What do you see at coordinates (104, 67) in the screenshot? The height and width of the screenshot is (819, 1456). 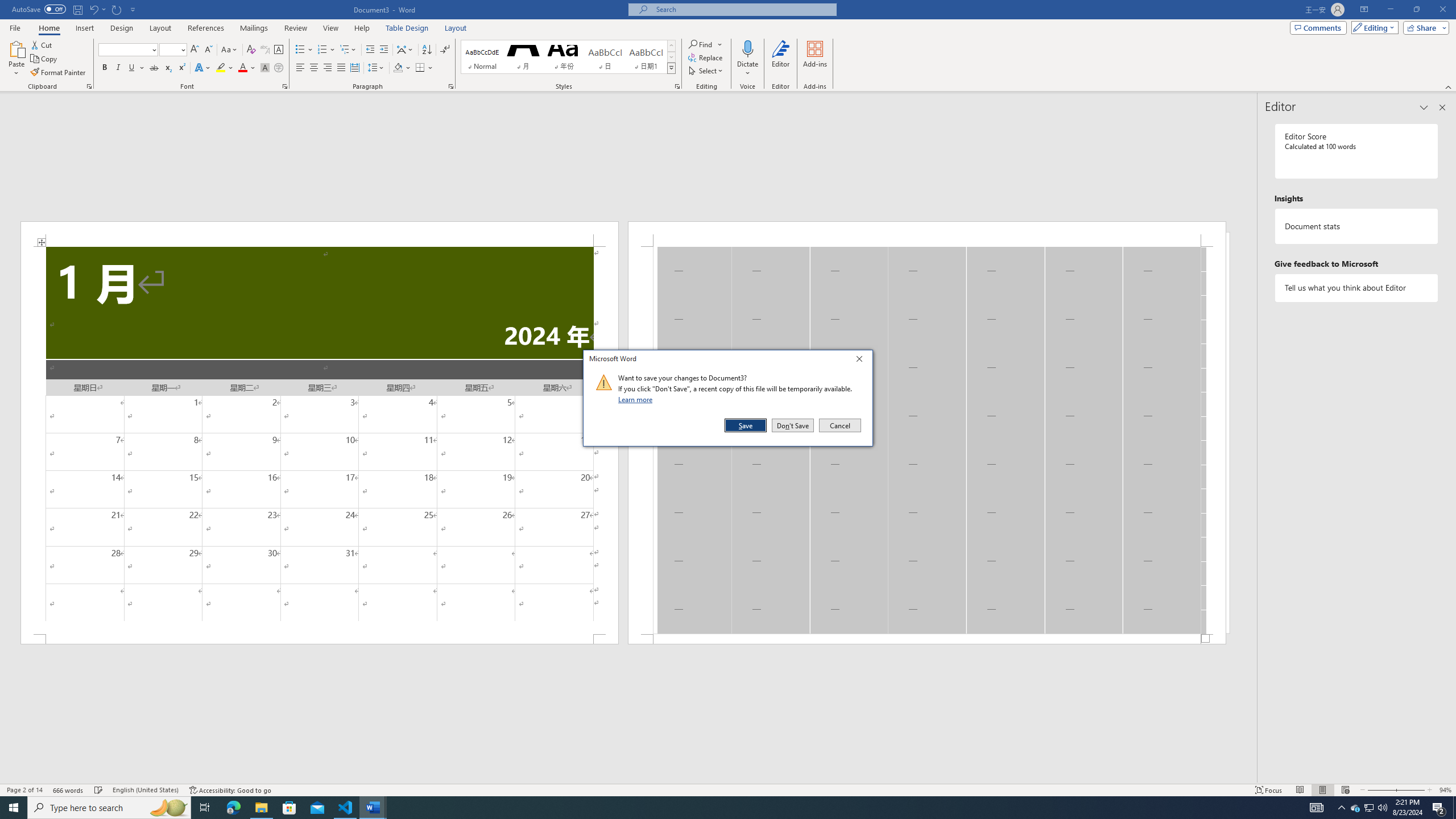 I see `'Bold'` at bounding box center [104, 67].